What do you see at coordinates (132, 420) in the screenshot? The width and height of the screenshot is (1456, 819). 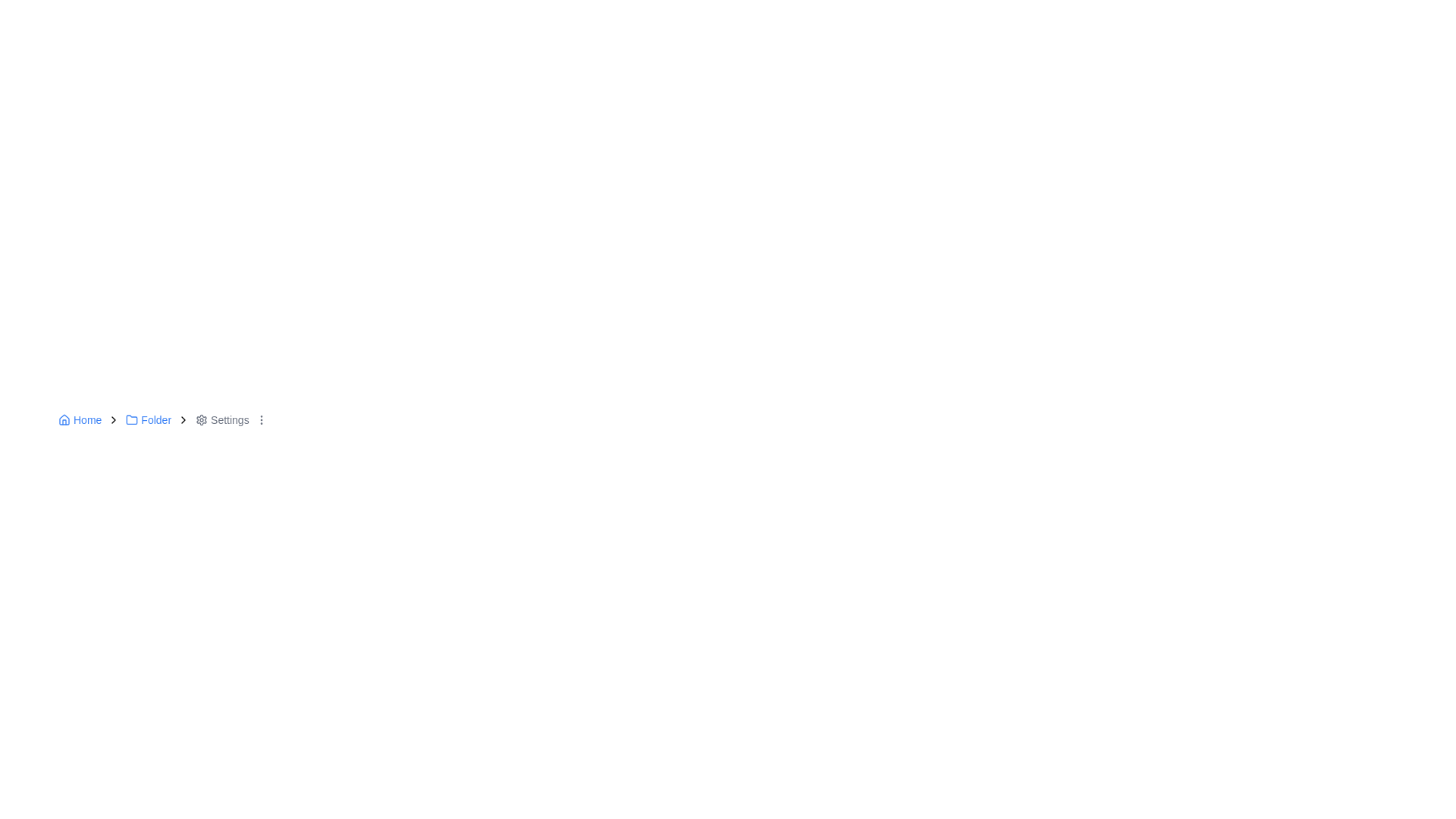 I see `the folder icon in the breadcrumb navigation that indicates the user's current location, positioned between the 'Home' icon and the 'Folder' text label` at bounding box center [132, 420].